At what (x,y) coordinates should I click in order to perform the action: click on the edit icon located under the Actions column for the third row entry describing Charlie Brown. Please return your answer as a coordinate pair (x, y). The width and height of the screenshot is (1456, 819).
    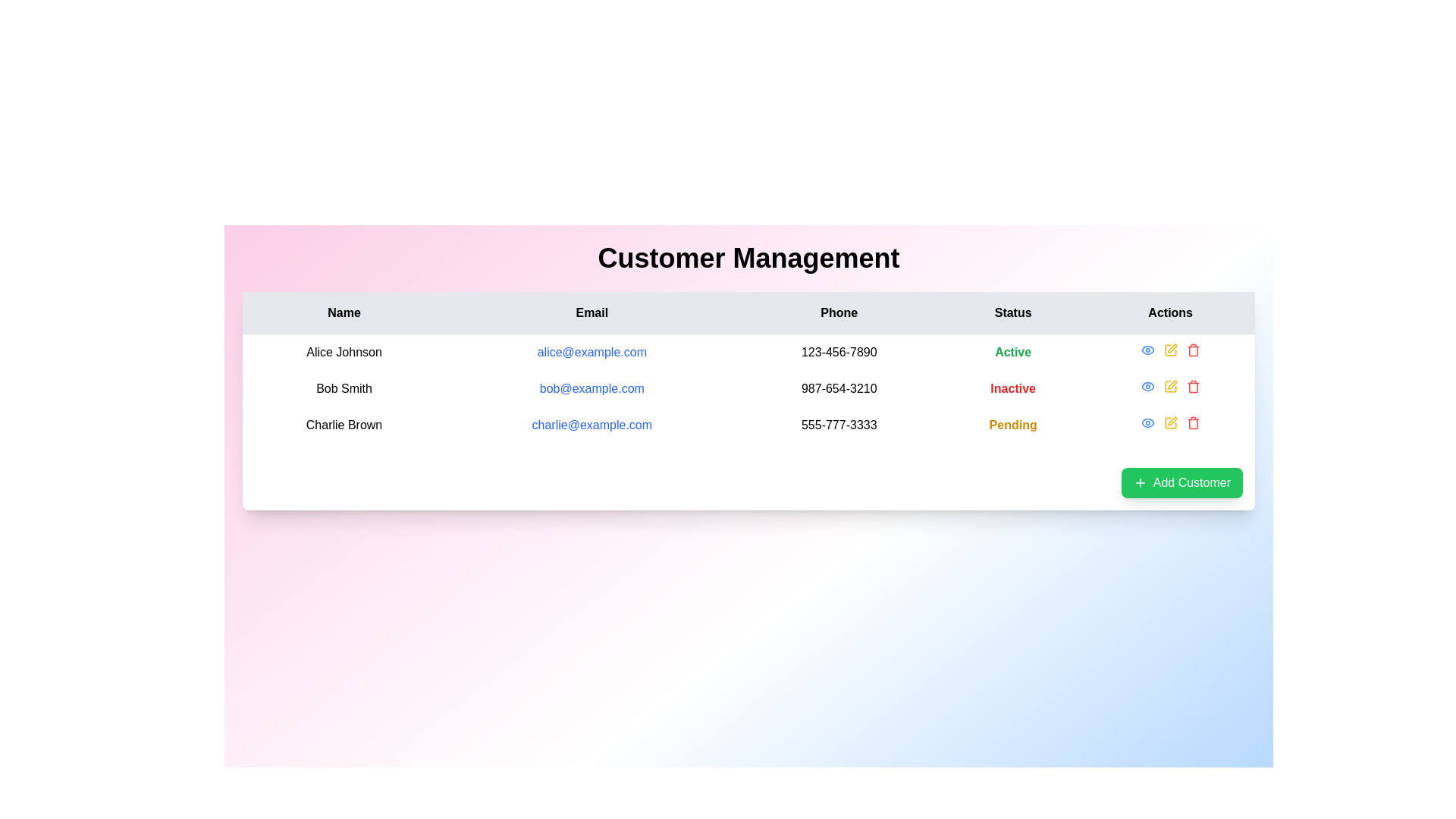
    Looking at the image, I should click on (1169, 423).